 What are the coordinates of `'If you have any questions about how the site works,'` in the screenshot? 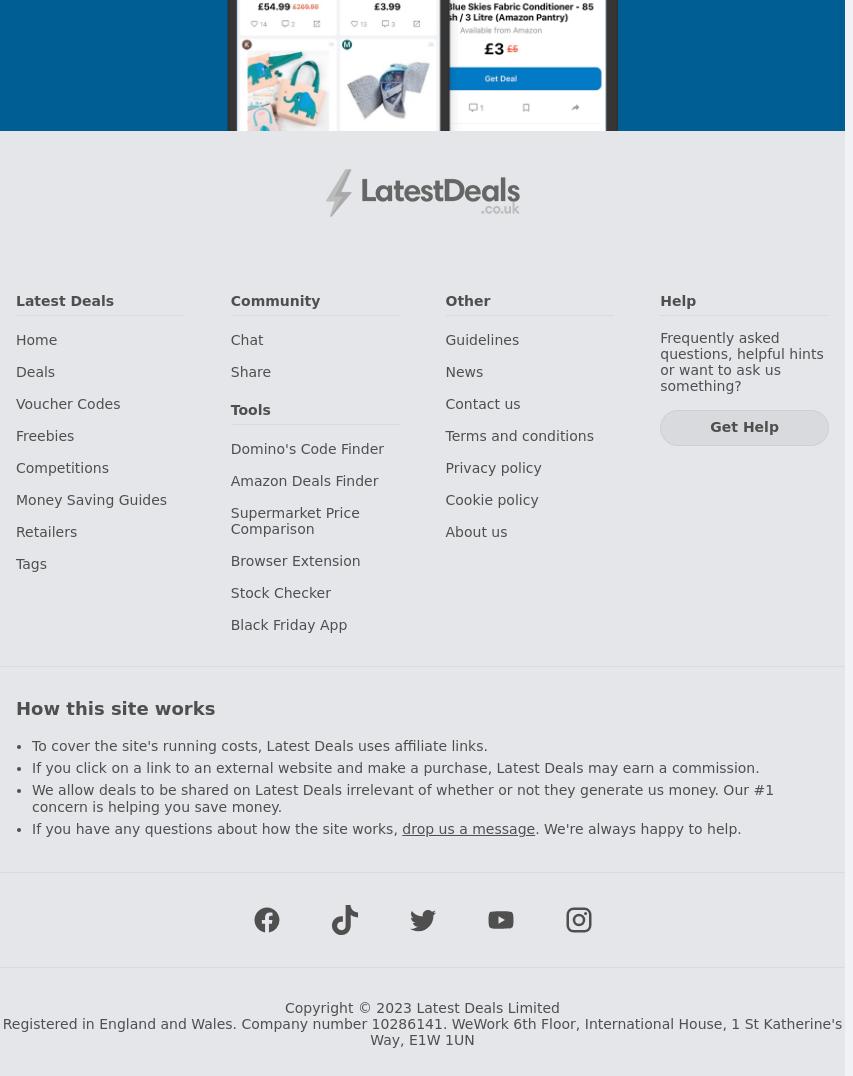 It's located at (216, 826).